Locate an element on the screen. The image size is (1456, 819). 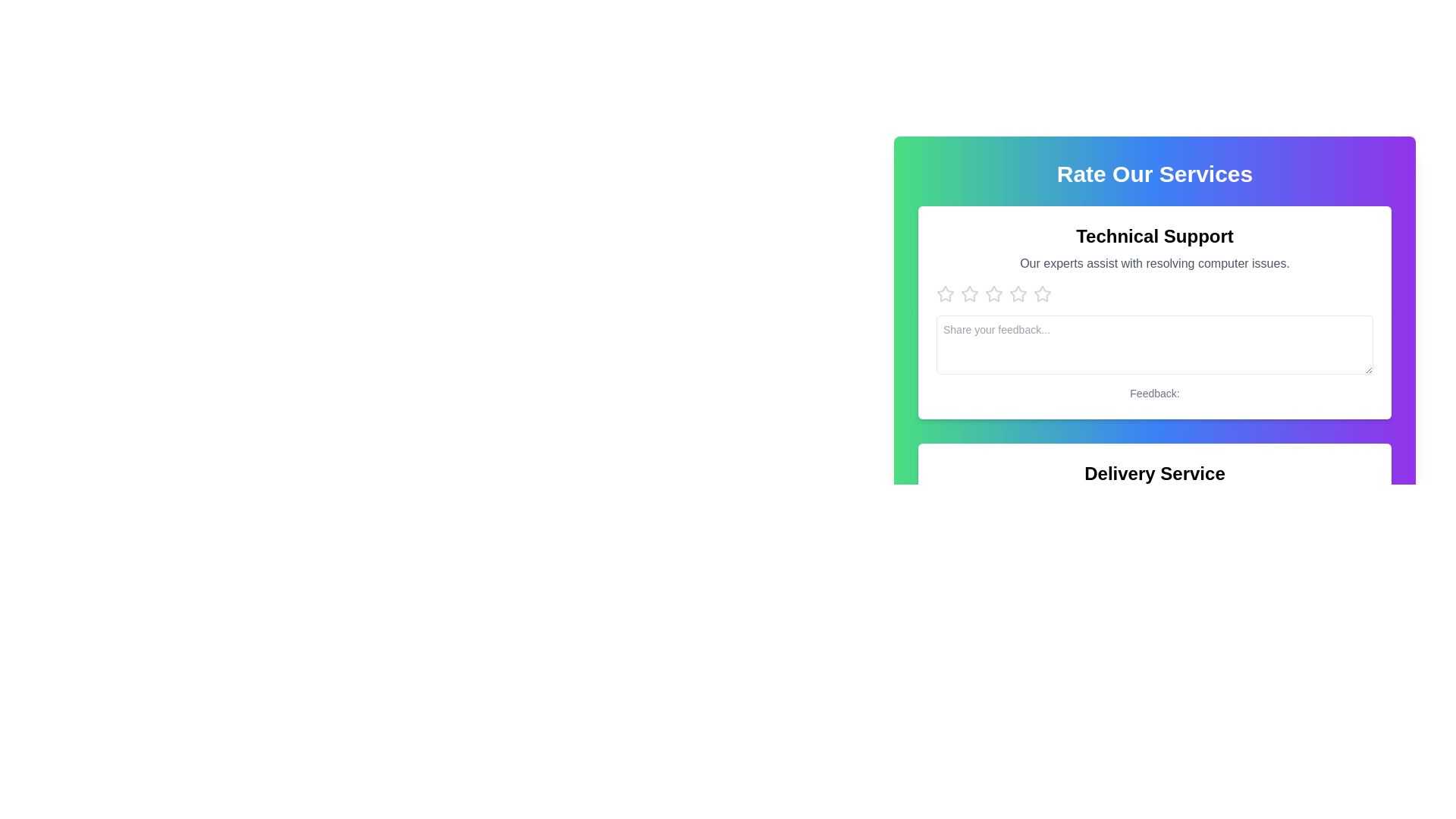
the fourth star icon in the star rating control for highlighting, located in the 'Rate Our Services' section is located at coordinates (1041, 293).